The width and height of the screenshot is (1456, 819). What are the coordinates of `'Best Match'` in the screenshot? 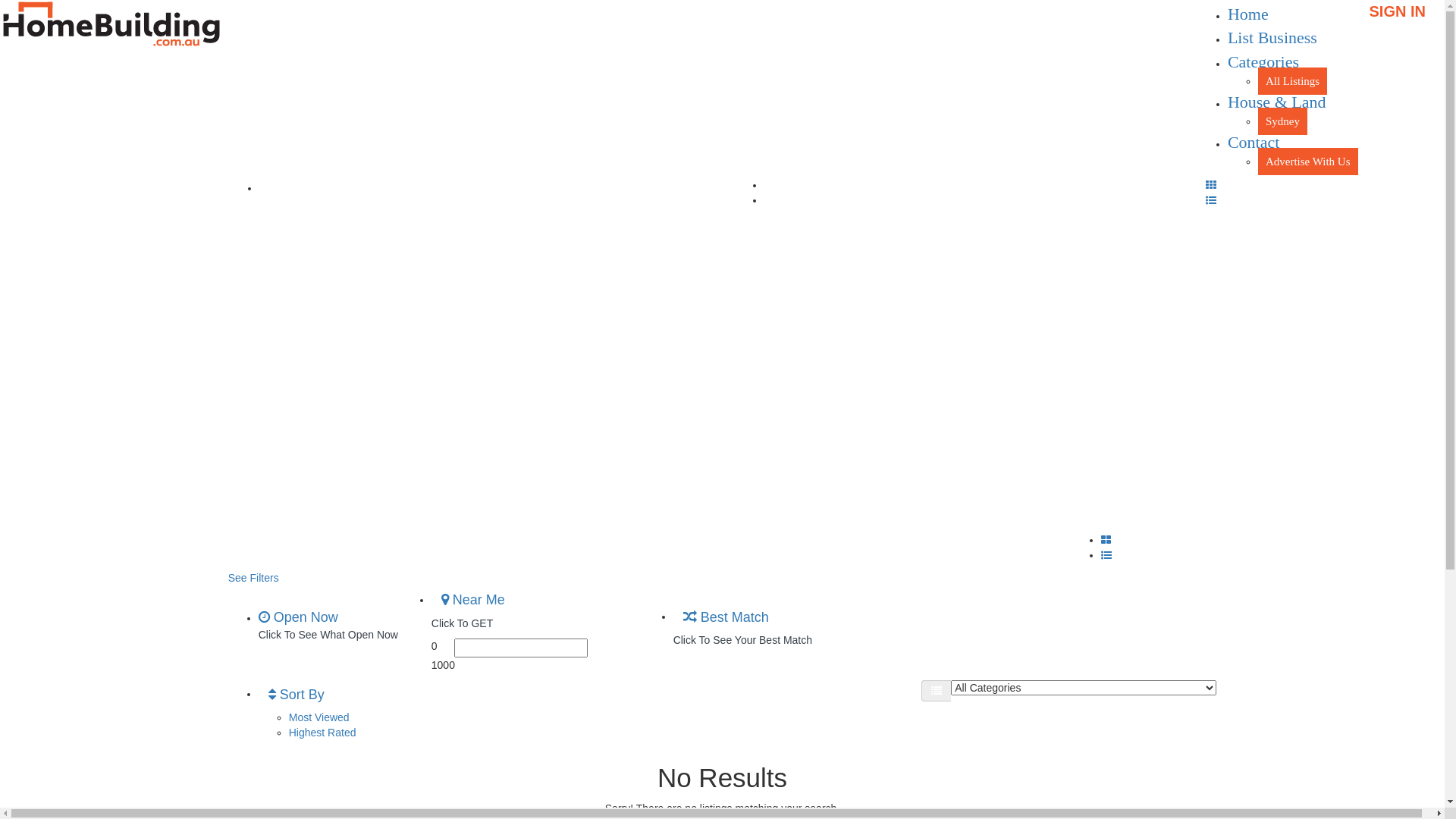 It's located at (725, 617).